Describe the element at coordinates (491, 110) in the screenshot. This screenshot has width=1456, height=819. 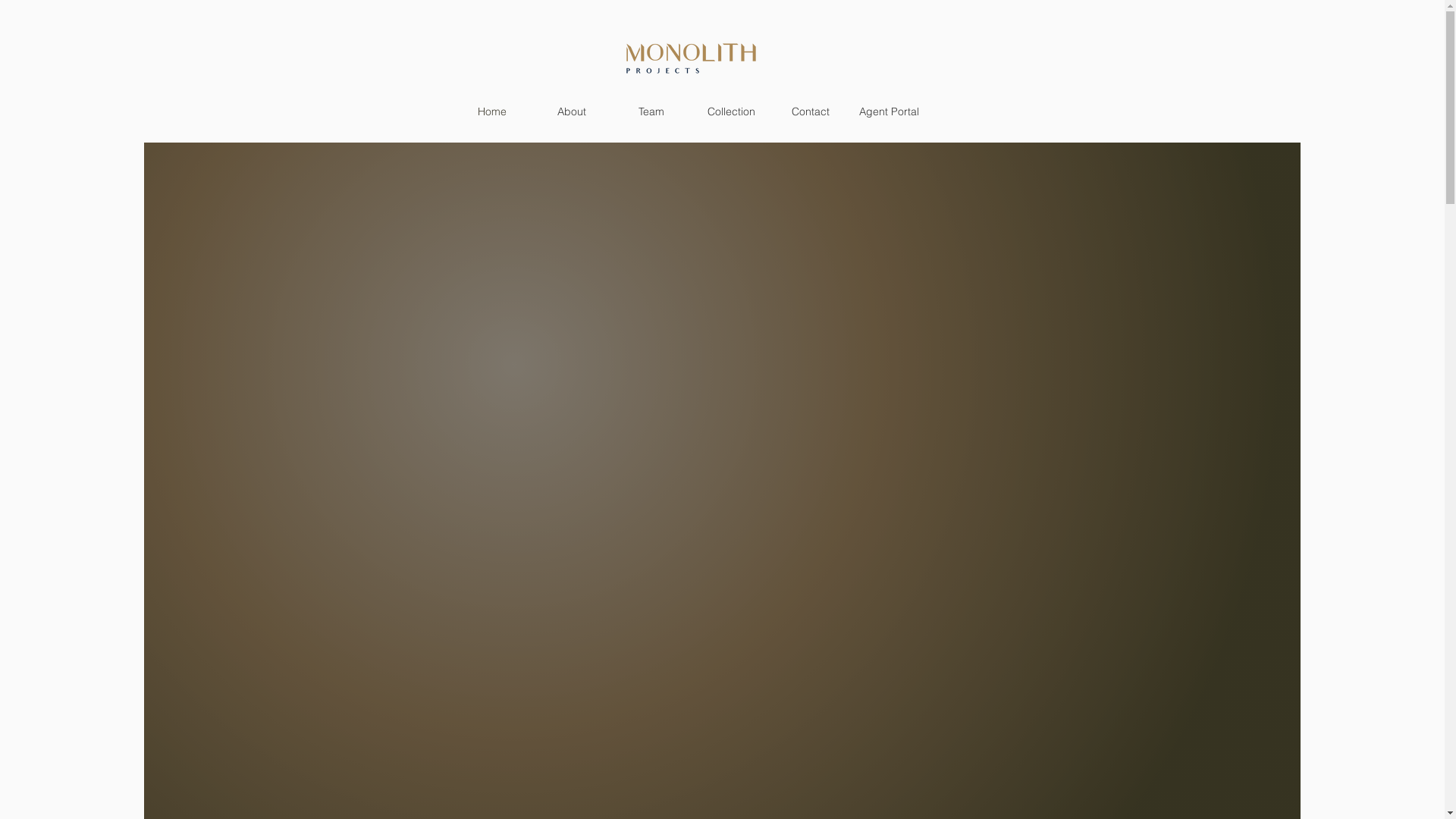
I see `'Home'` at that location.